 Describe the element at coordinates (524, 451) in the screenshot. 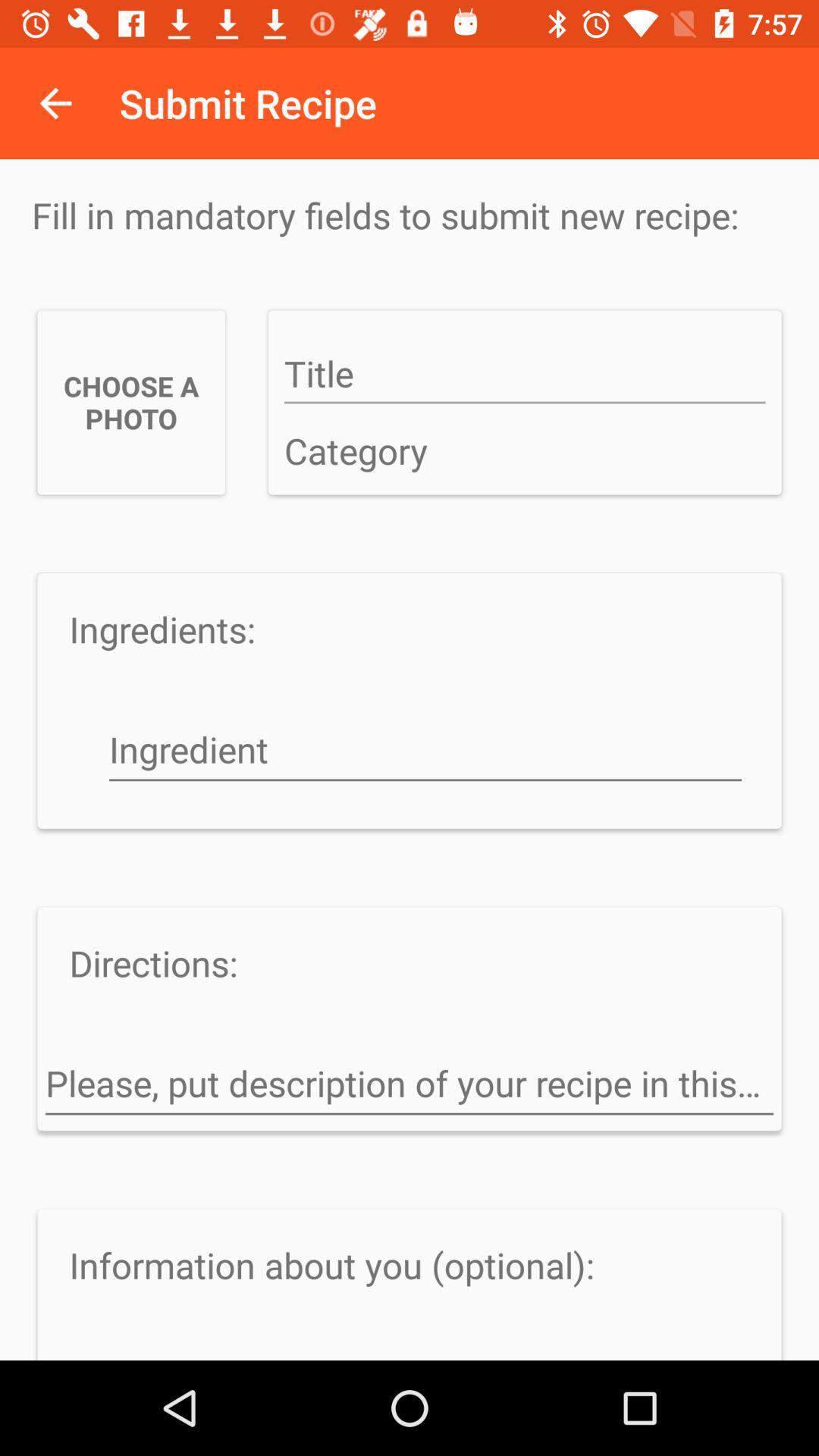

I see `recipe category` at that location.